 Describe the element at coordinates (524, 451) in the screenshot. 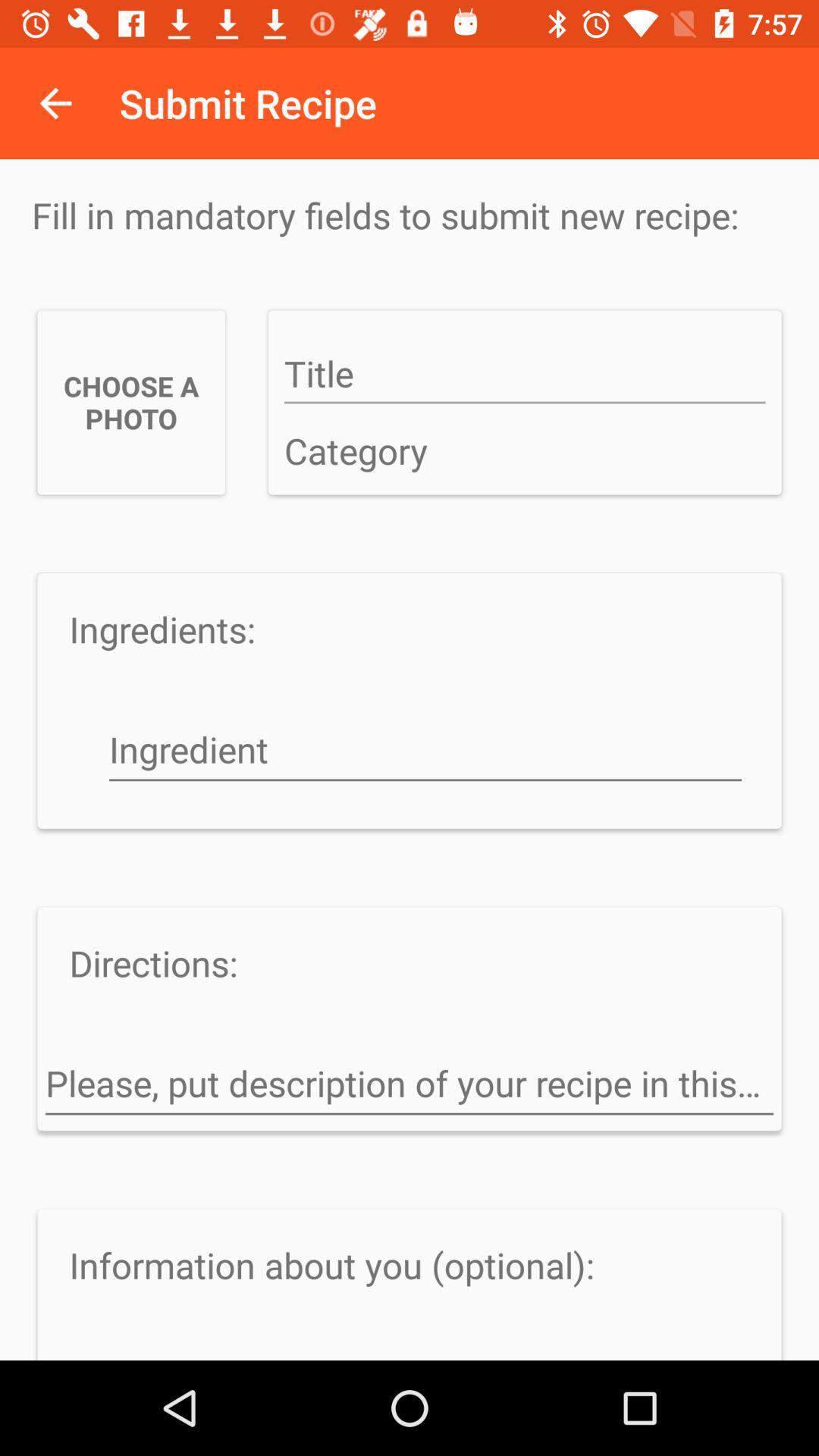

I see `recipe category` at that location.